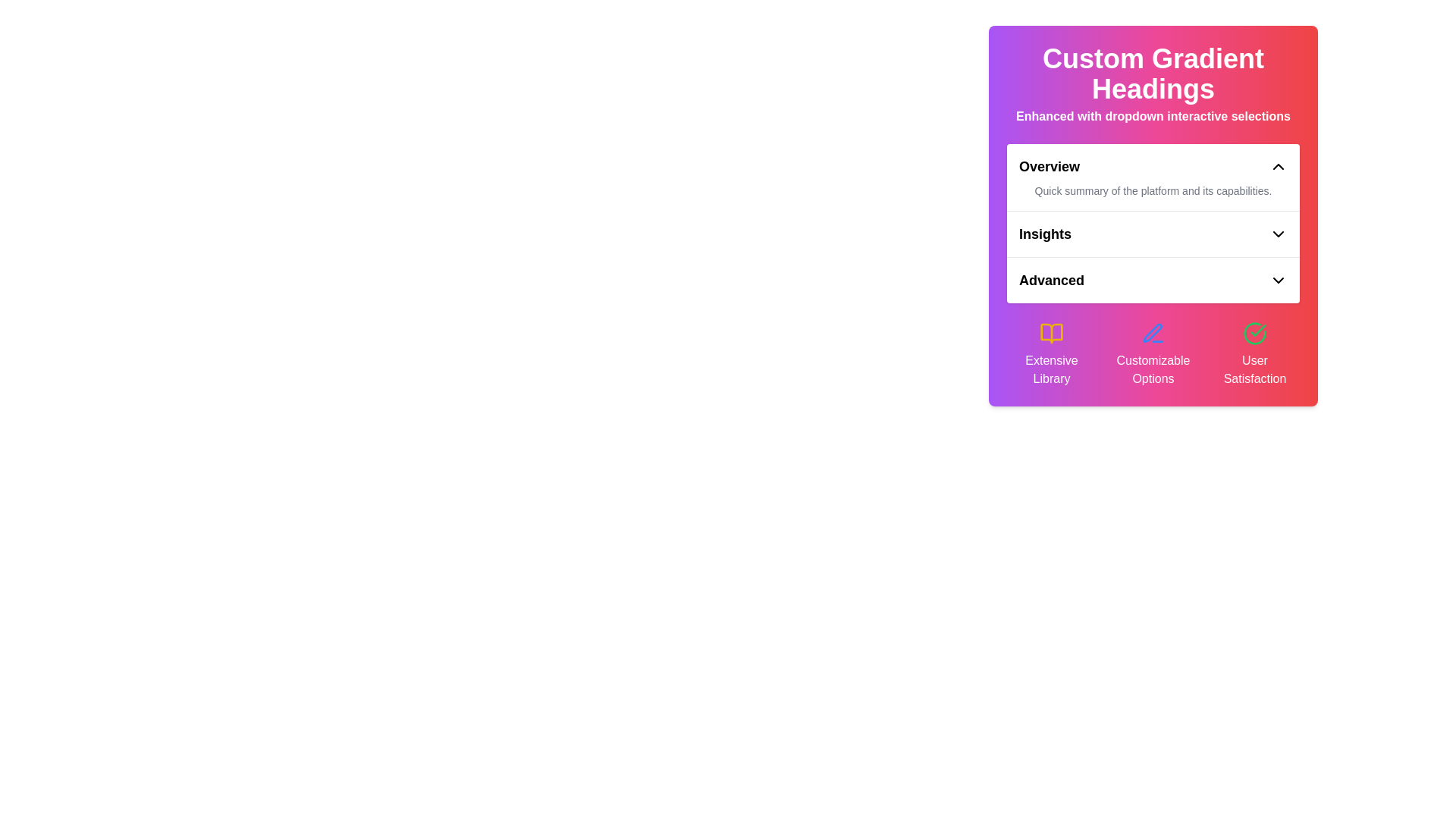 This screenshot has height=819, width=1456. I want to click on the graphical icon component representing the 'Extensive Library' feature located in the bottom left section of the gradient-colored panel, so click(1051, 332).